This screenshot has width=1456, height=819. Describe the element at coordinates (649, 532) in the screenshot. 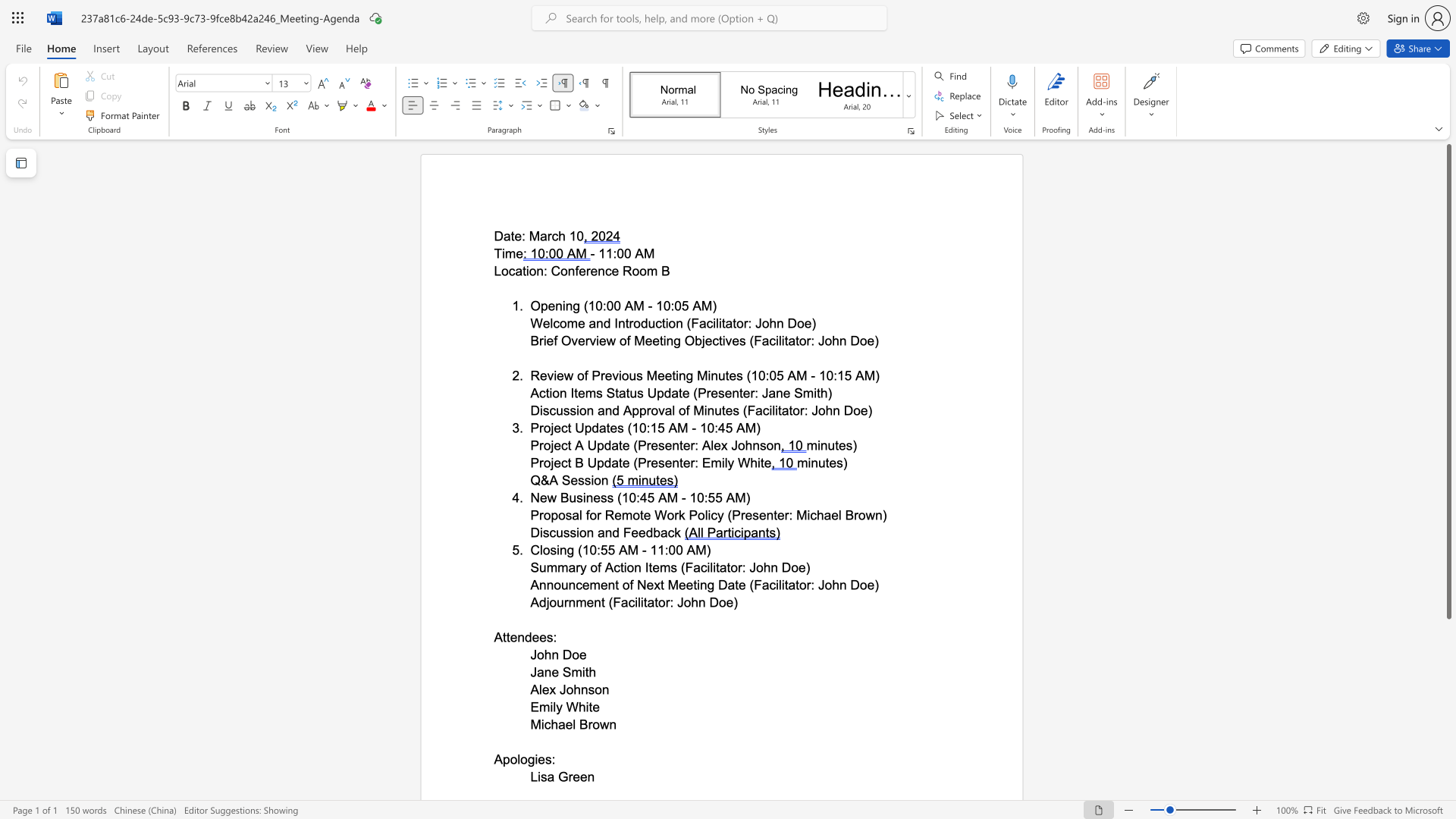

I see `the 2th character "d" in the text` at that location.